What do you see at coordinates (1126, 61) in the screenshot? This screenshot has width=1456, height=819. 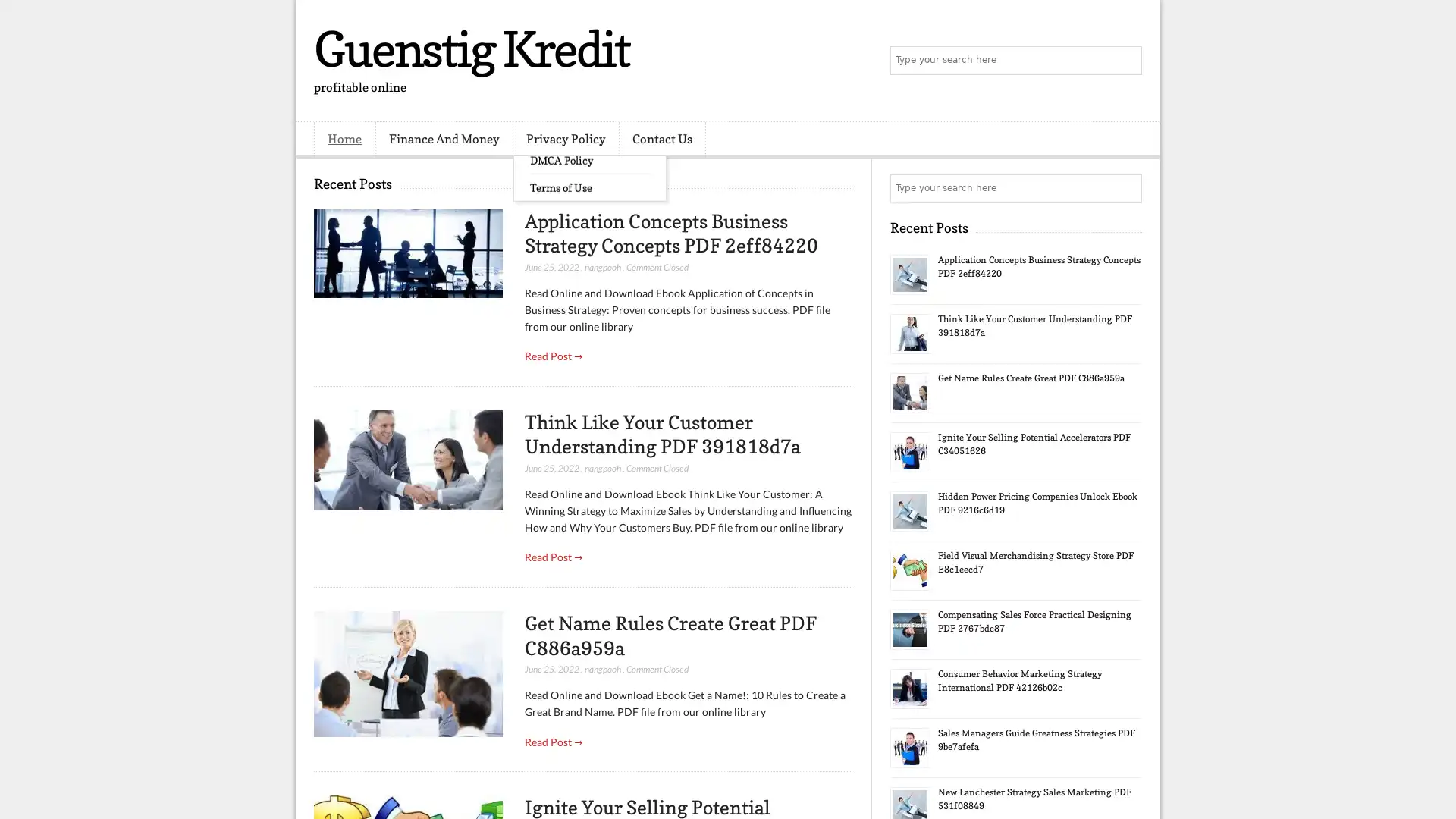 I see `Search` at bounding box center [1126, 61].